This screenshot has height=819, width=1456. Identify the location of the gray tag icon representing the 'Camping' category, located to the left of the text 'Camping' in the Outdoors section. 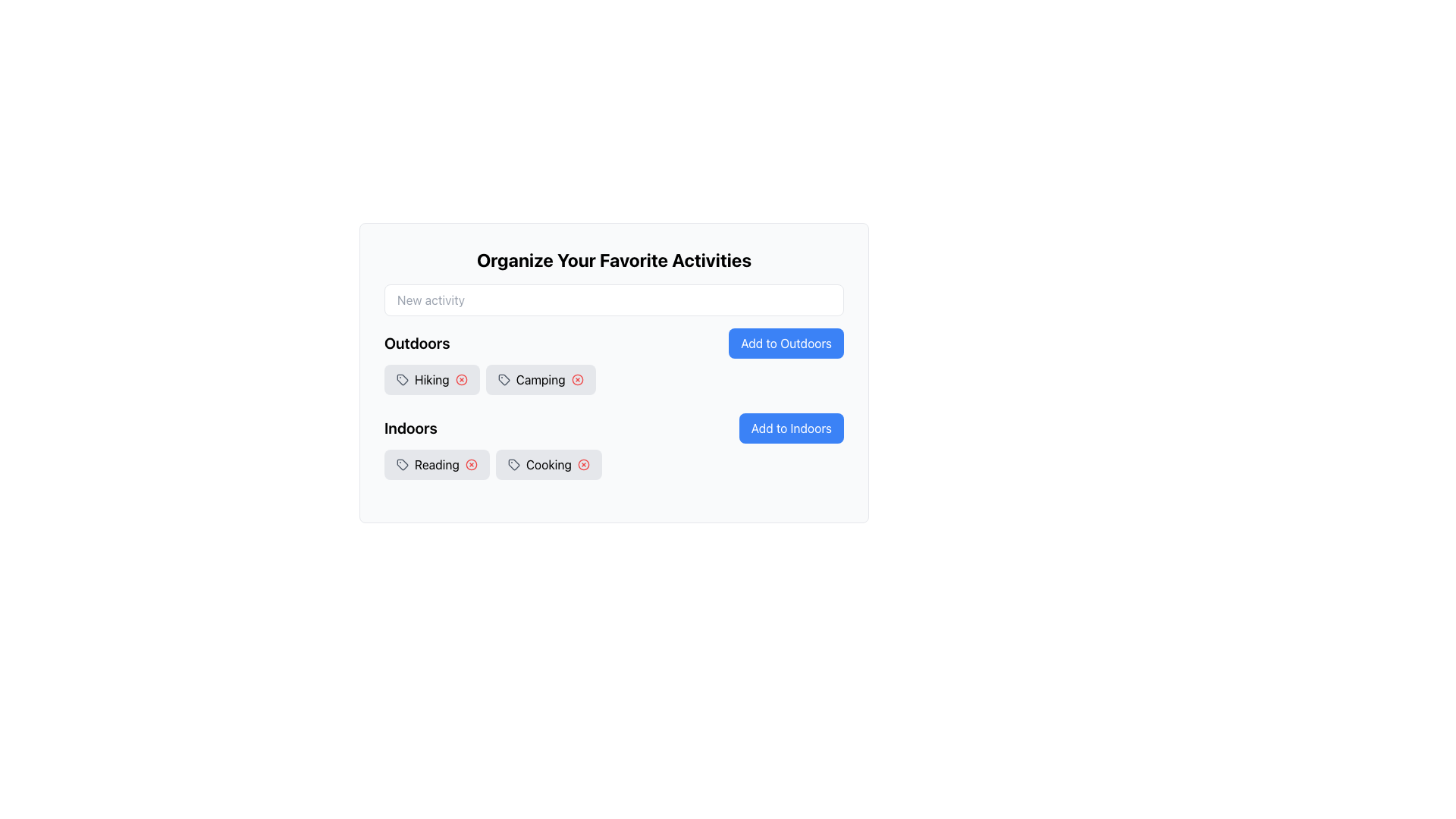
(504, 379).